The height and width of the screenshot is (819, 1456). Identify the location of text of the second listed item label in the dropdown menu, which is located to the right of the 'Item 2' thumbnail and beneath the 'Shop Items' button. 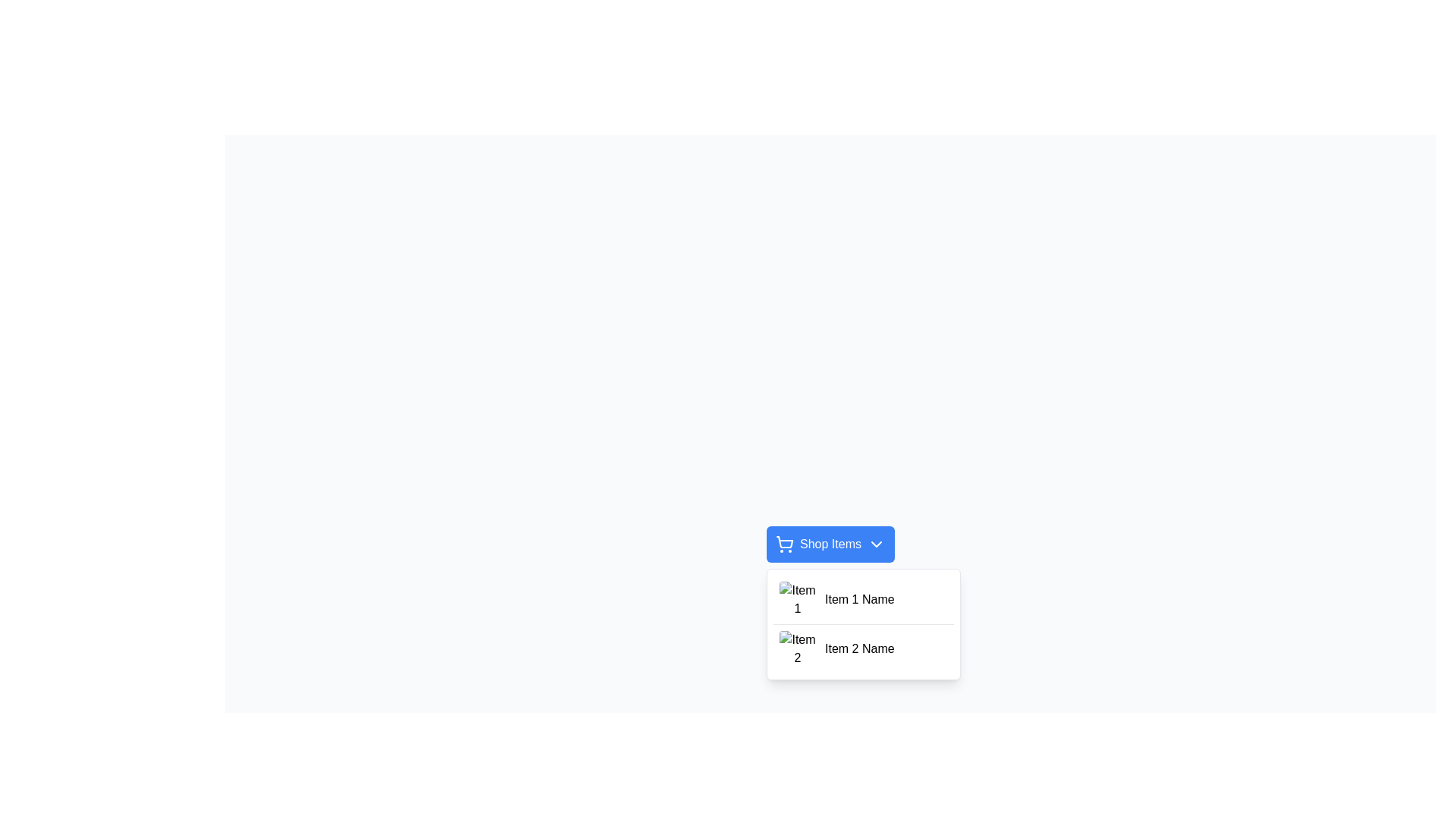
(859, 648).